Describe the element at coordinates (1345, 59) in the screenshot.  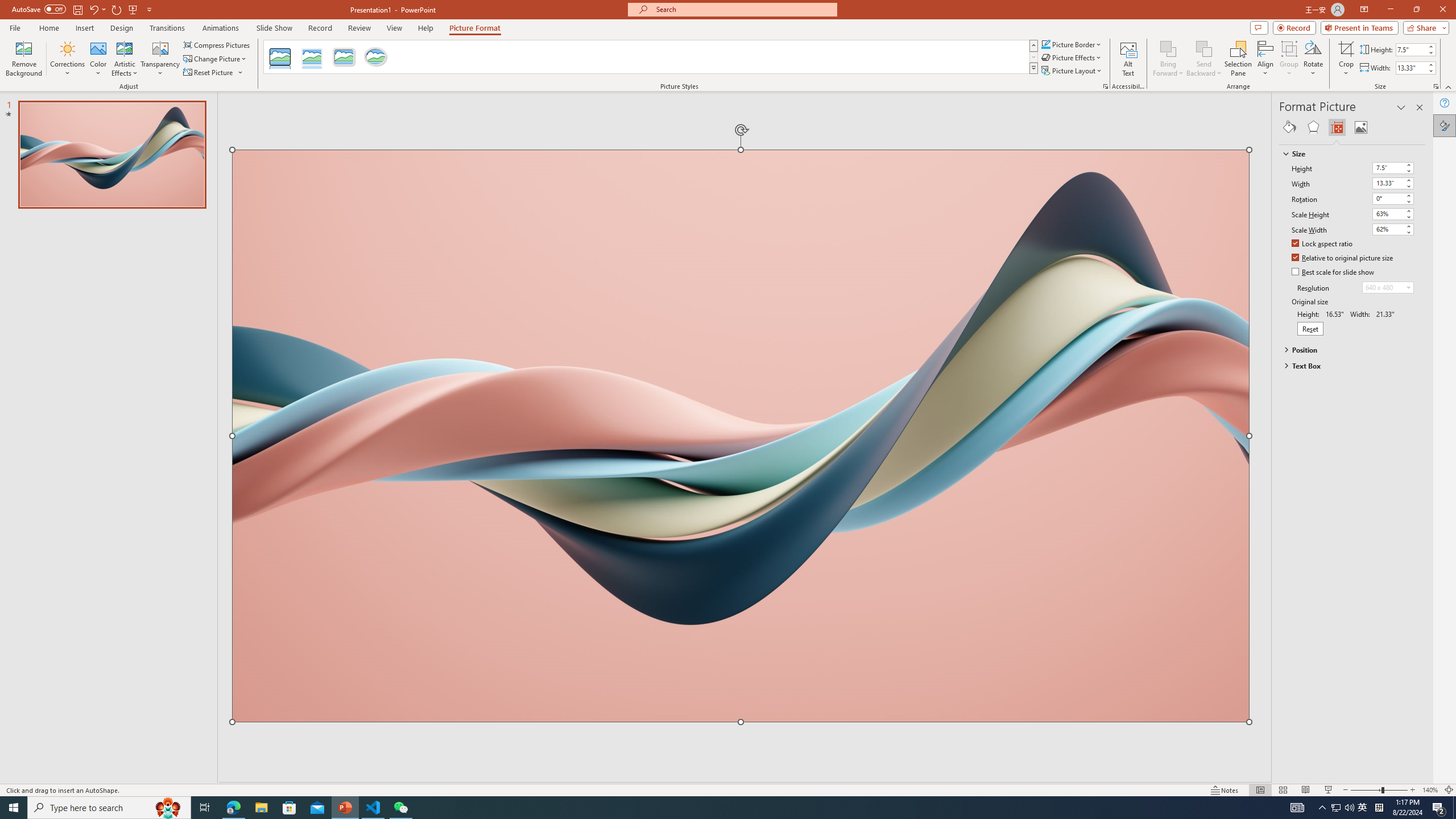
I see `'Crop'` at that location.